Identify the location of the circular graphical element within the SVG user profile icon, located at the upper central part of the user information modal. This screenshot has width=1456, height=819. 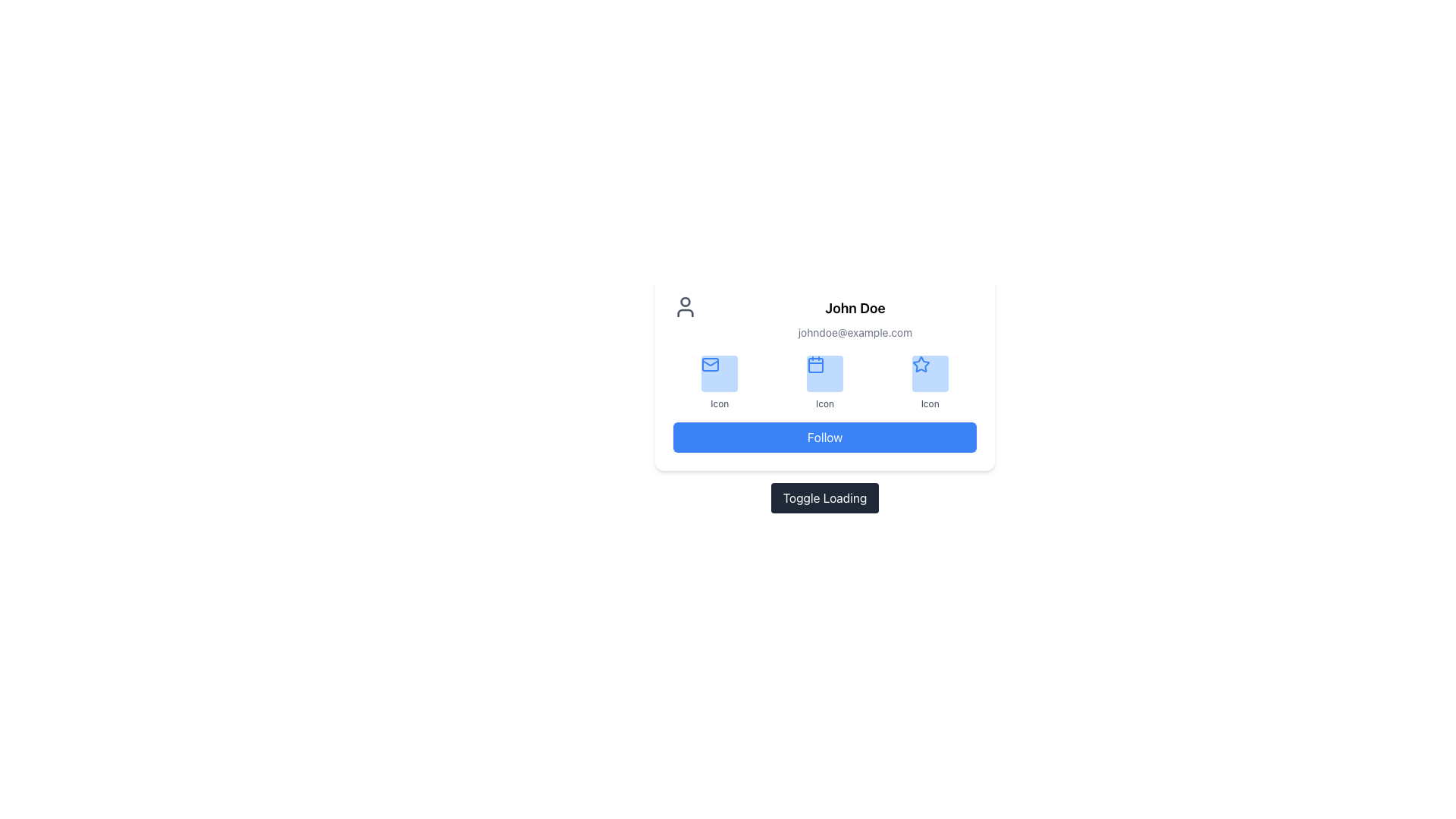
(684, 301).